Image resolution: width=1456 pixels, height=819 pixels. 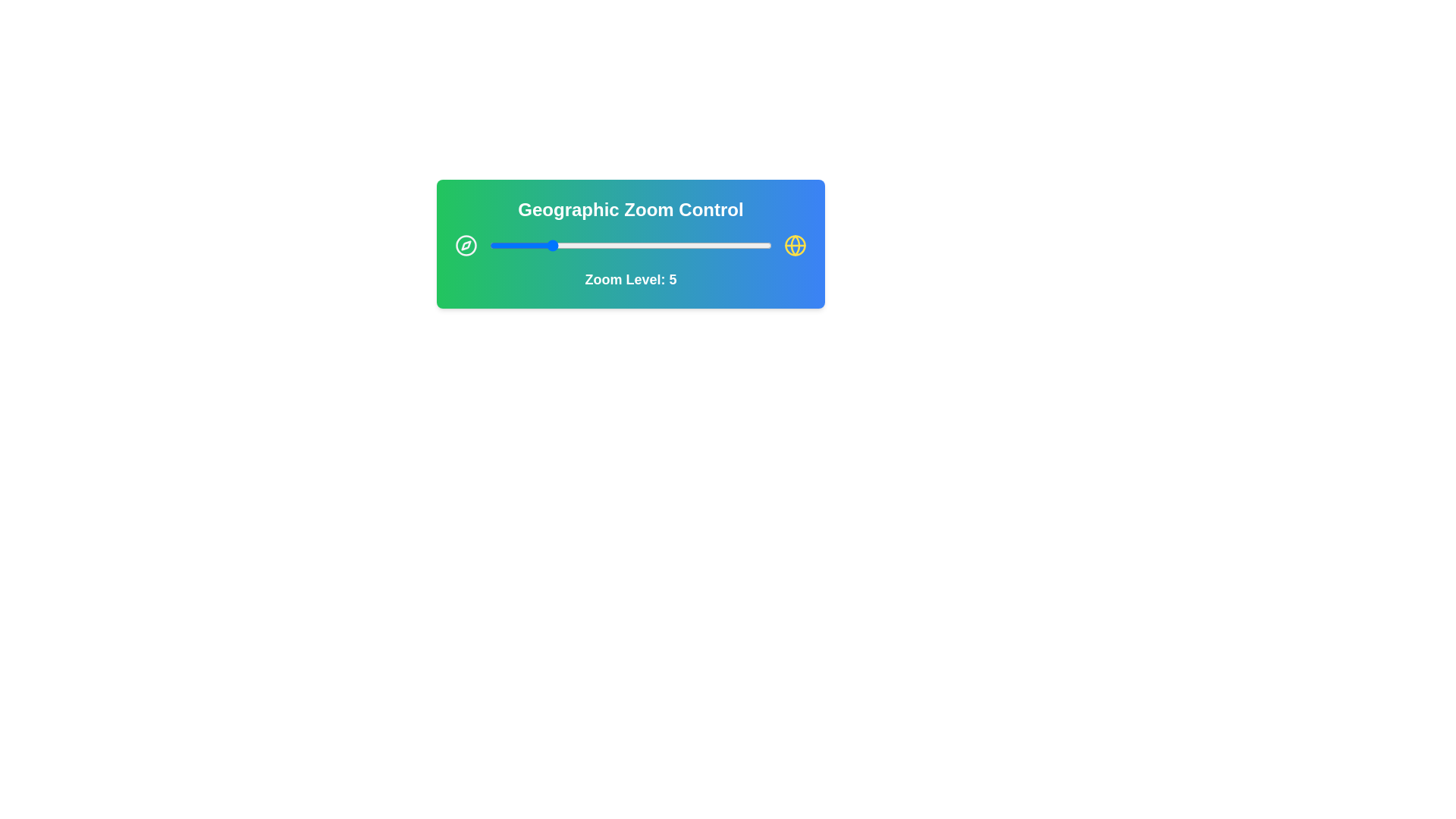 What do you see at coordinates (490, 245) in the screenshot?
I see `the zoom level to 1 by interacting with the slider` at bounding box center [490, 245].